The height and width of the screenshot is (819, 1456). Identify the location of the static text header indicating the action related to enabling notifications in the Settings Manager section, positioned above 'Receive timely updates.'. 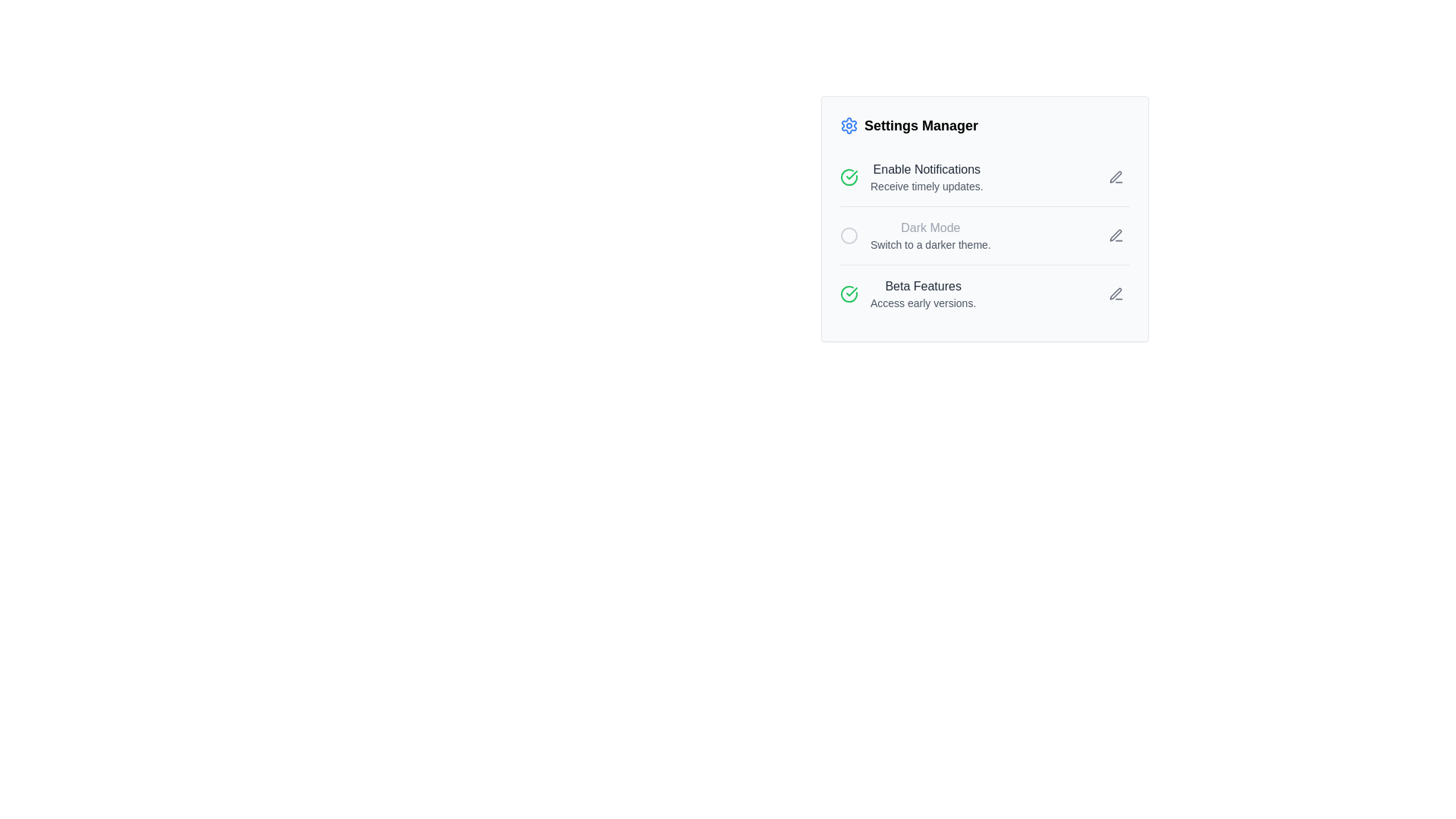
(926, 169).